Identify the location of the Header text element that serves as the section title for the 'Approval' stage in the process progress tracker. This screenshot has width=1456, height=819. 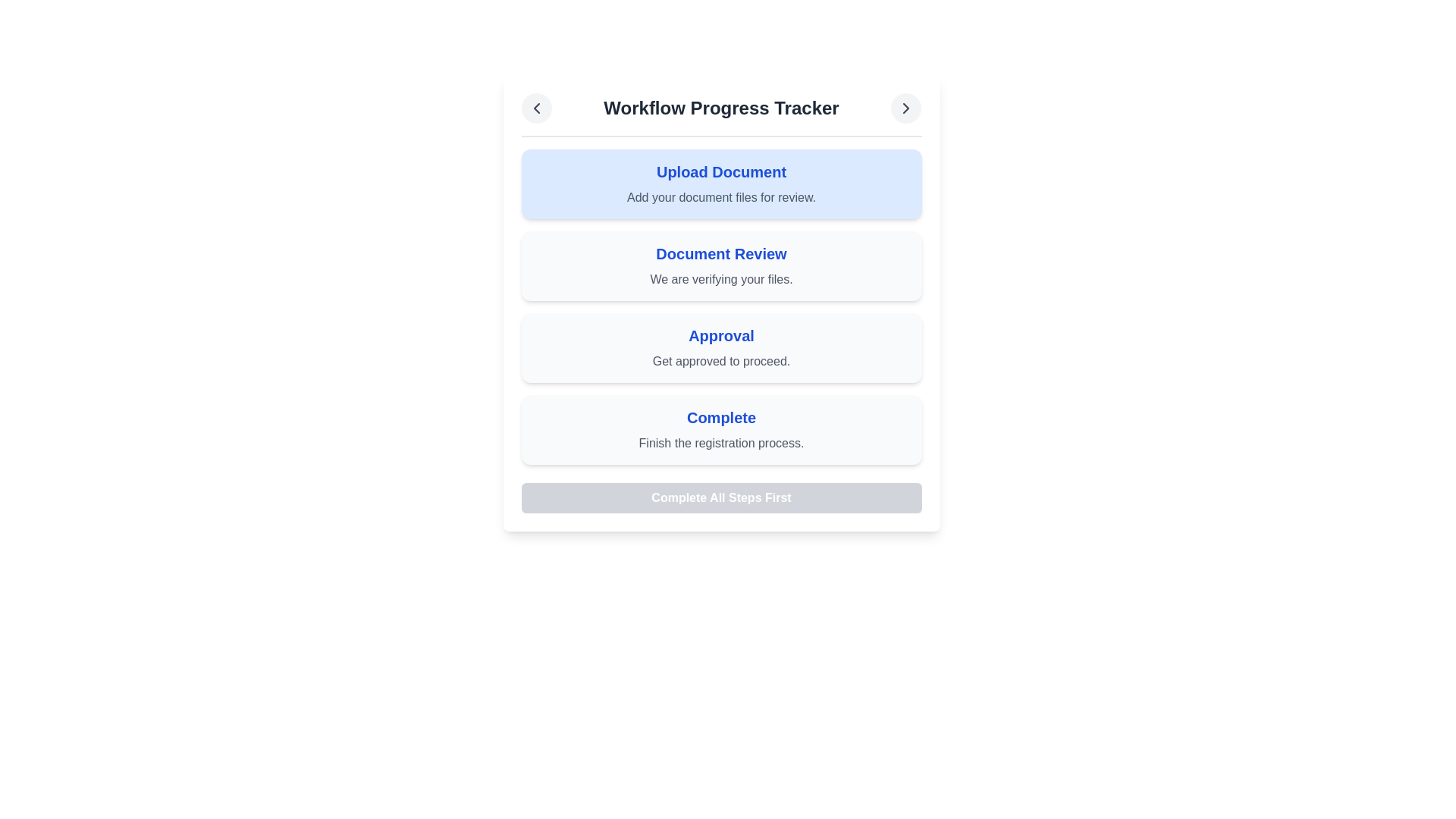
(720, 335).